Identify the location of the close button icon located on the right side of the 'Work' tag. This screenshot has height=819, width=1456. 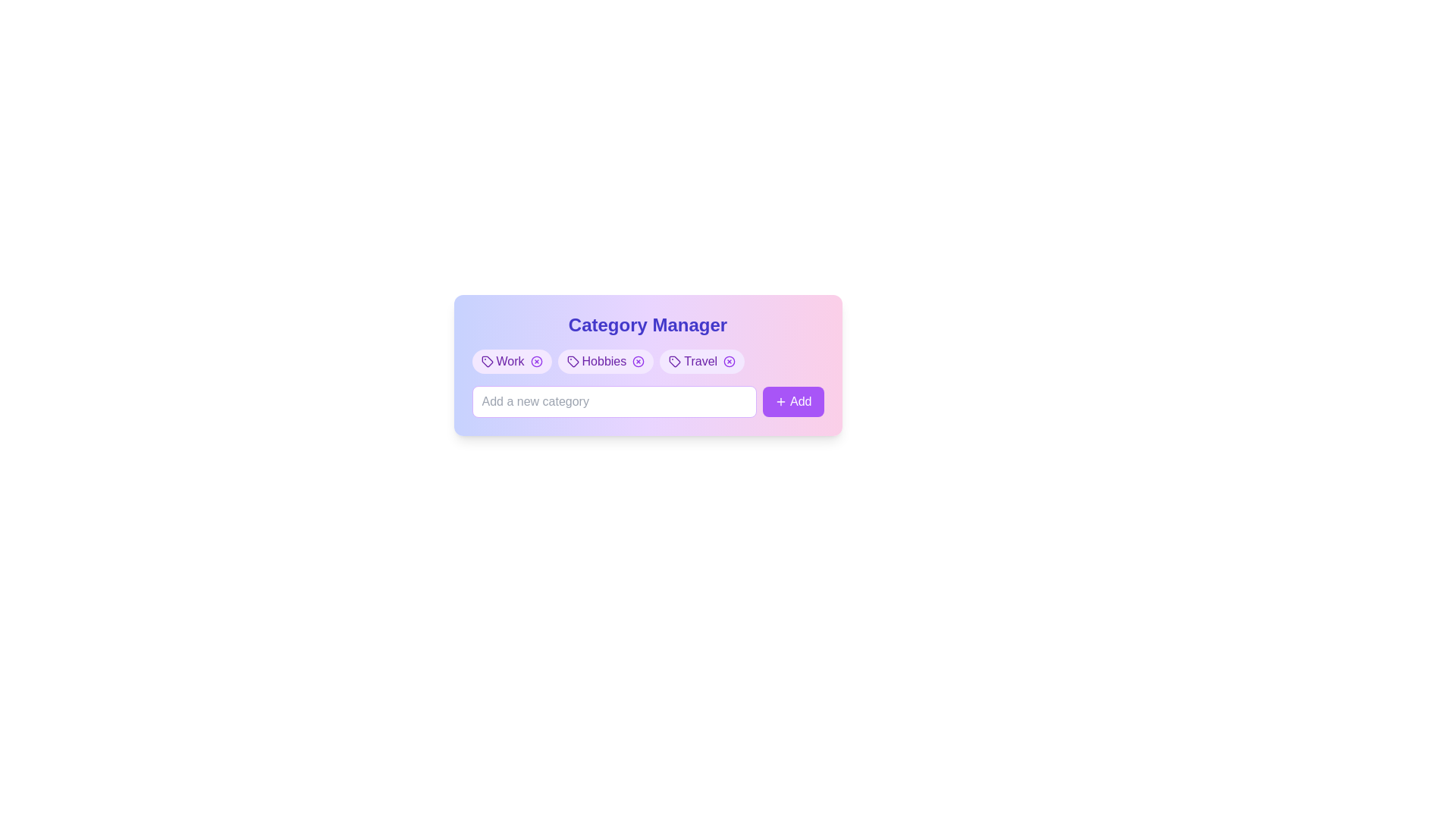
(536, 362).